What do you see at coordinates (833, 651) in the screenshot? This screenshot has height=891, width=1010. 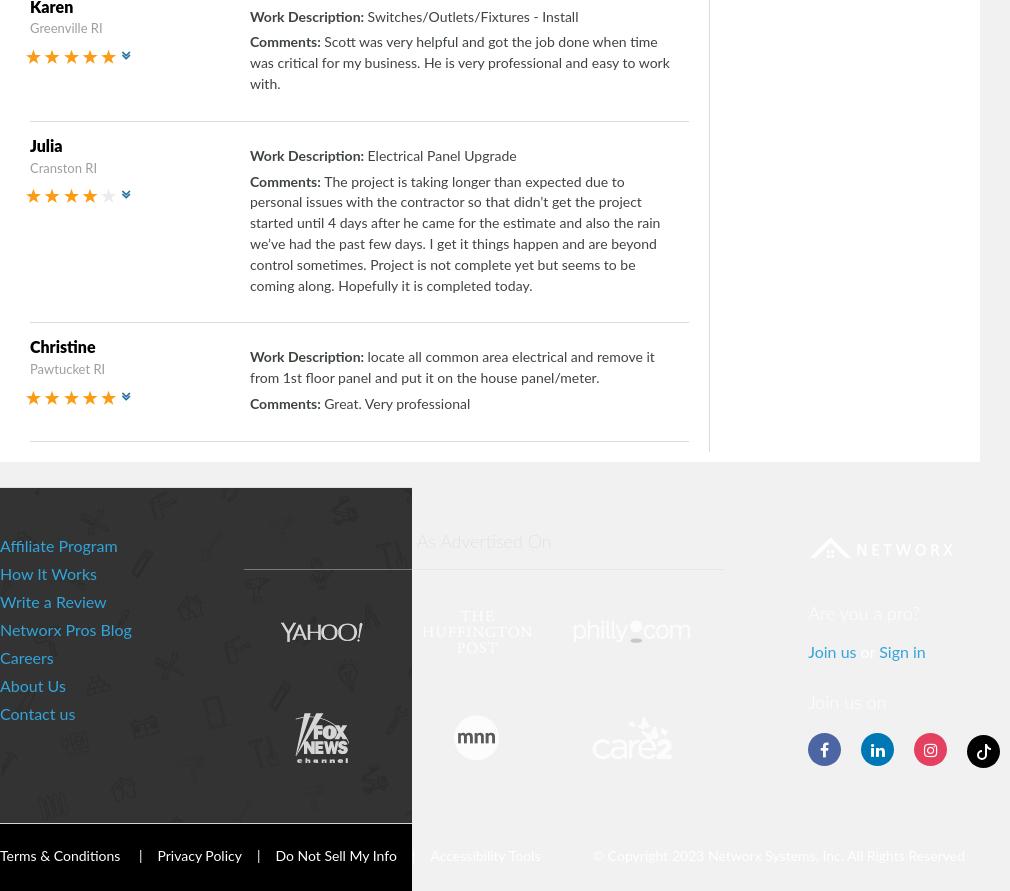 I see `'Join us'` at bounding box center [833, 651].